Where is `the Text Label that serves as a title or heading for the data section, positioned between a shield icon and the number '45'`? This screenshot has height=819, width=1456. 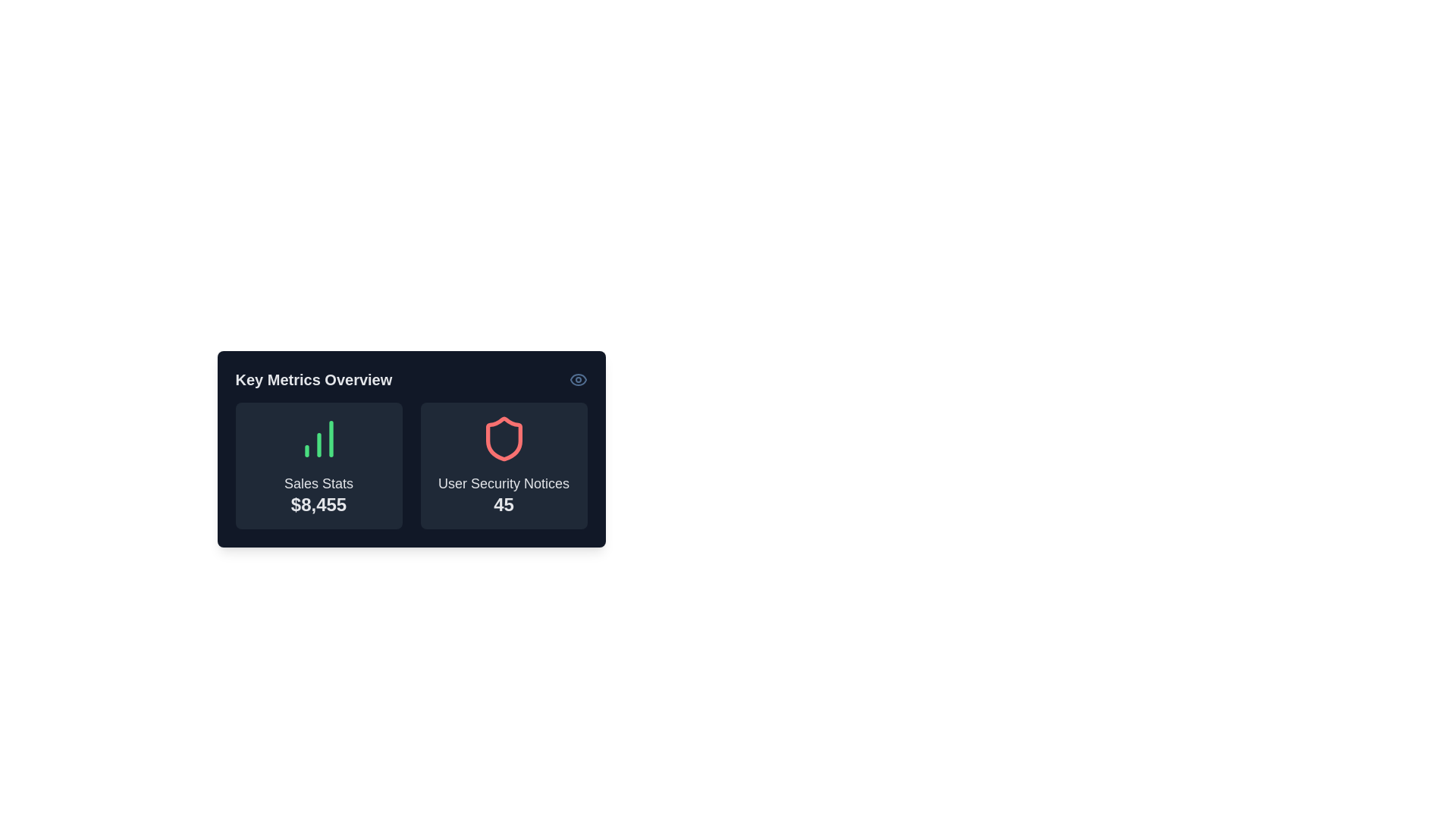 the Text Label that serves as a title or heading for the data section, positioned between a shield icon and the number '45' is located at coordinates (504, 484).